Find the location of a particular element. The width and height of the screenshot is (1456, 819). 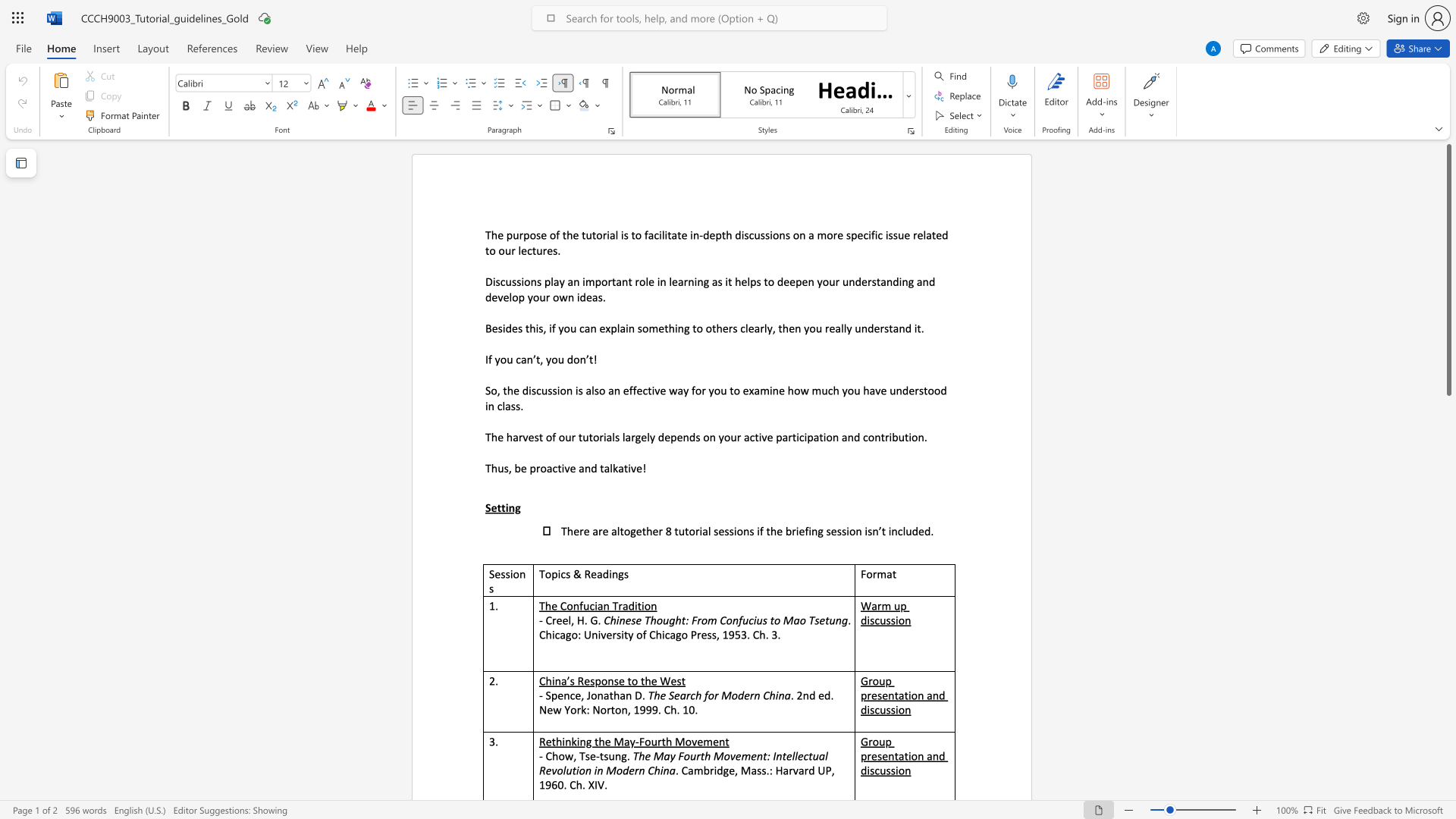

the scrollbar to adjust the page downward is located at coordinates (1448, 598).